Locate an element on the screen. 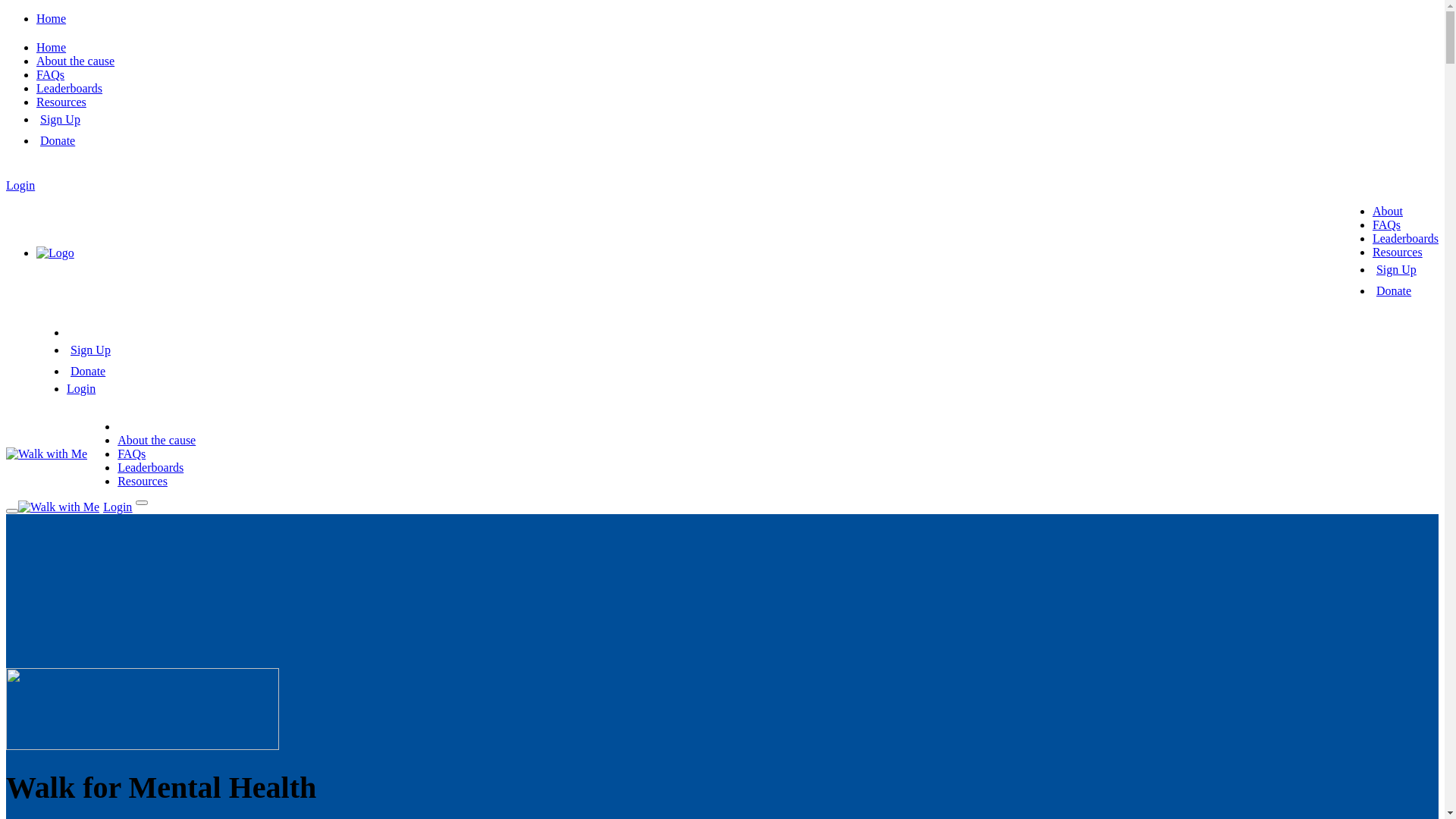  'Home' is located at coordinates (51, 46).